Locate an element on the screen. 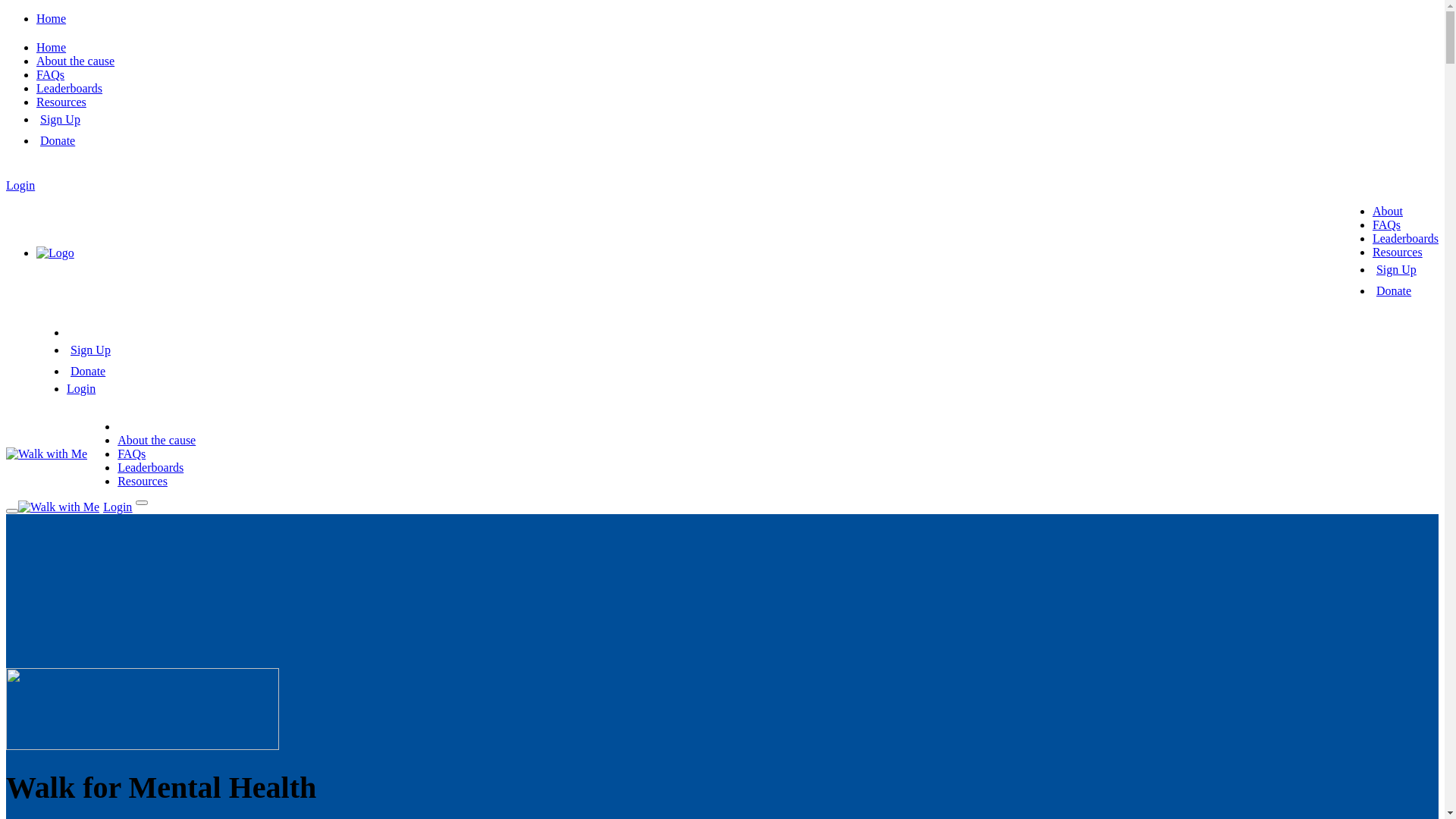  'Home' is located at coordinates (51, 46).